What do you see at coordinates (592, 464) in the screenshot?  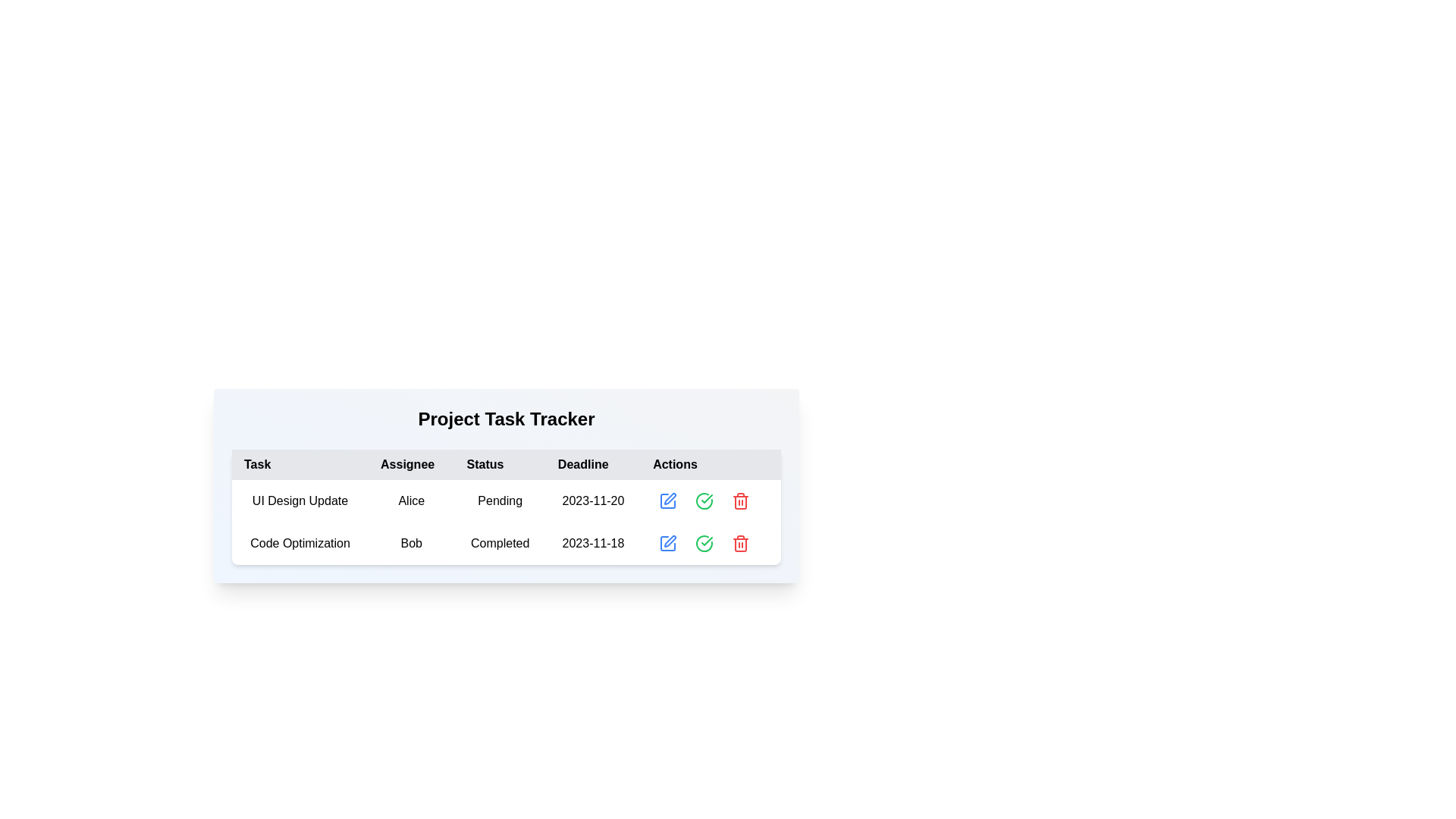 I see `the 'Deadline' text label in the header row of the table, which is styled with a gray background and bold black font` at bounding box center [592, 464].